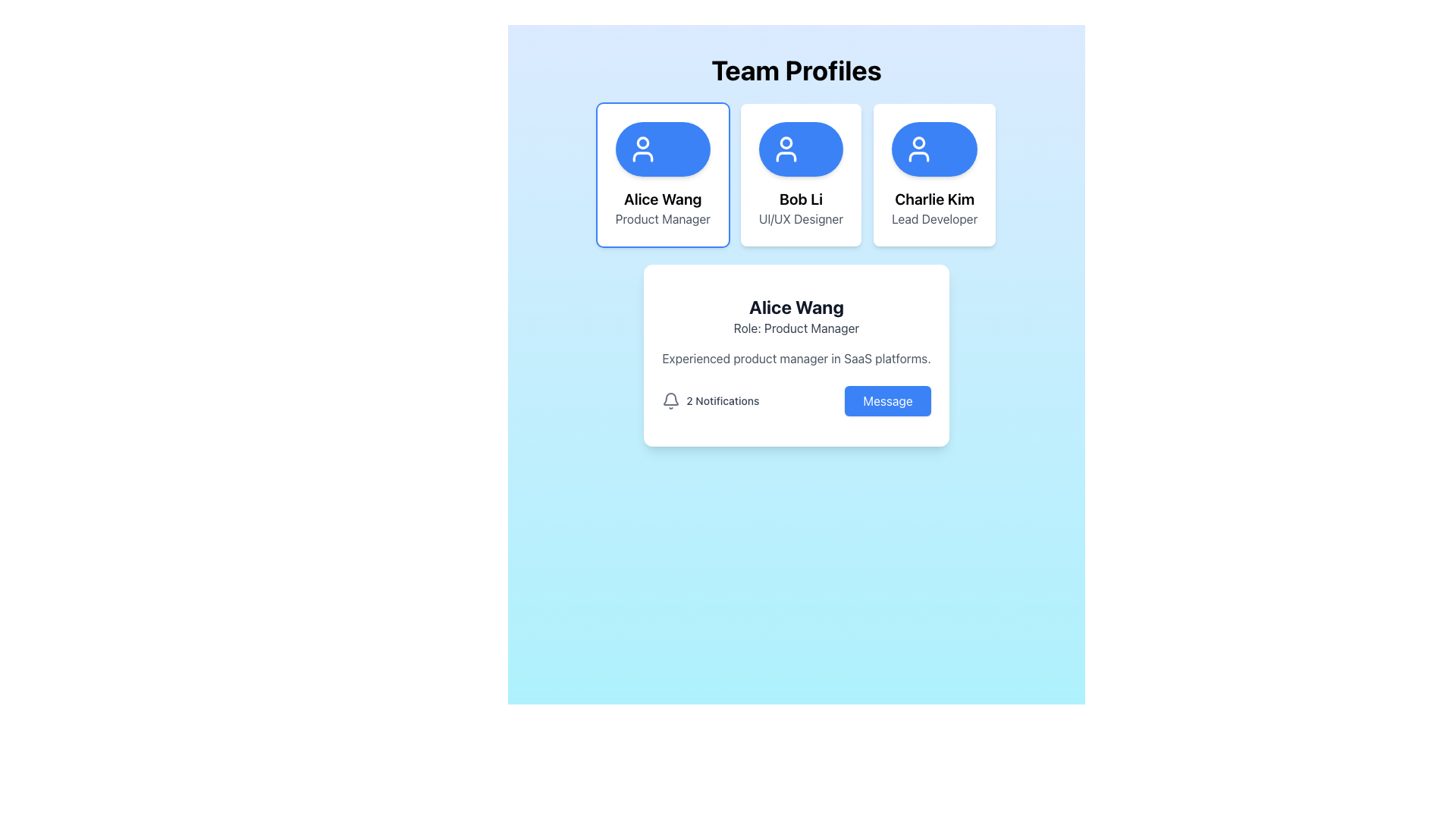 This screenshot has width=1456, height=819. What do you see at coordinates (786, 149) in the screenshot?
I see `the user profile icon for 'Bob Li'` at bounding box center [786, 149].